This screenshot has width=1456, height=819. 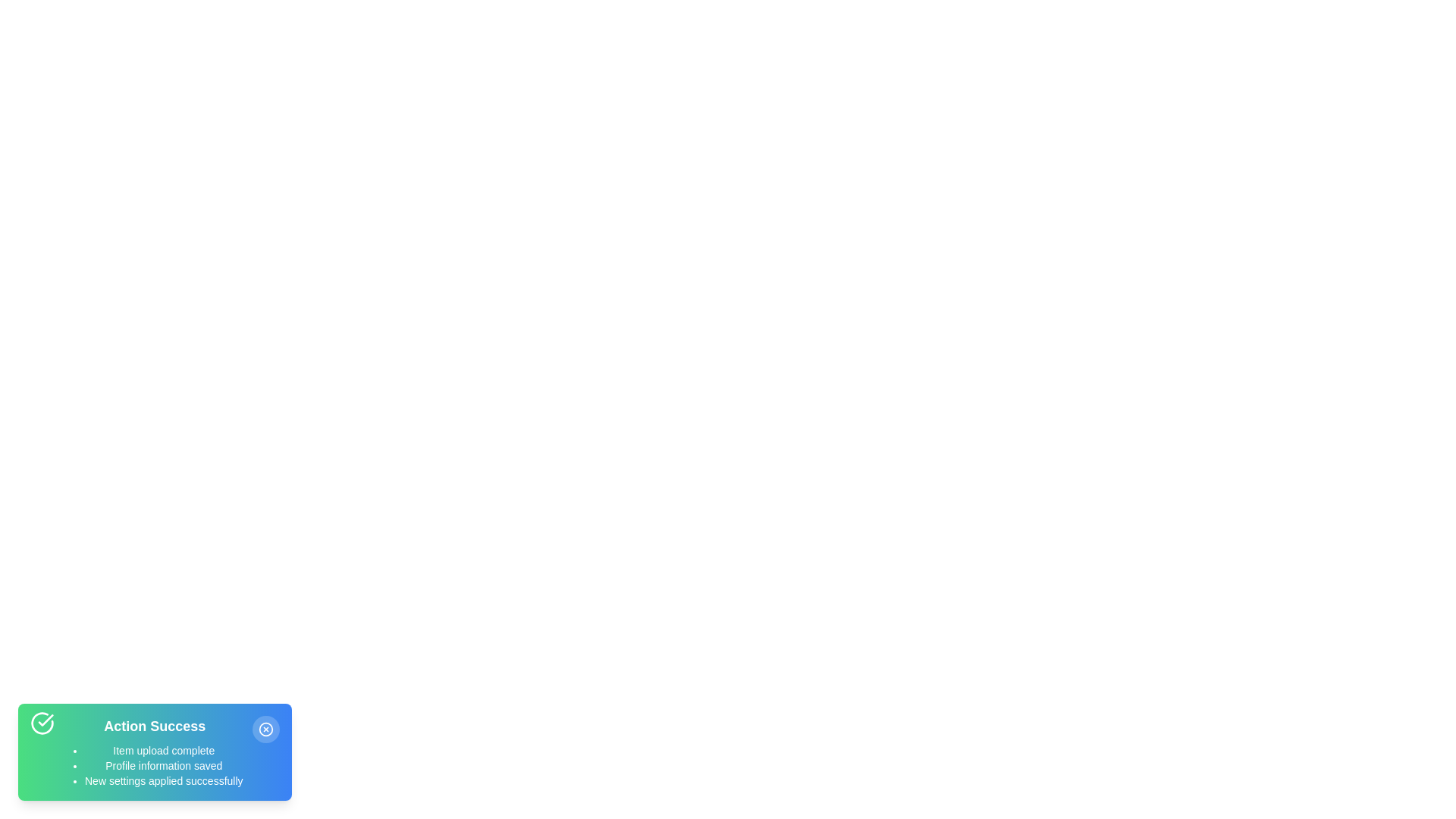 What do you see at coordinates (83, 742) in the screenshot?
I see `the text from the message list and copy it to the clipboard` at bounding box center [83, 742].